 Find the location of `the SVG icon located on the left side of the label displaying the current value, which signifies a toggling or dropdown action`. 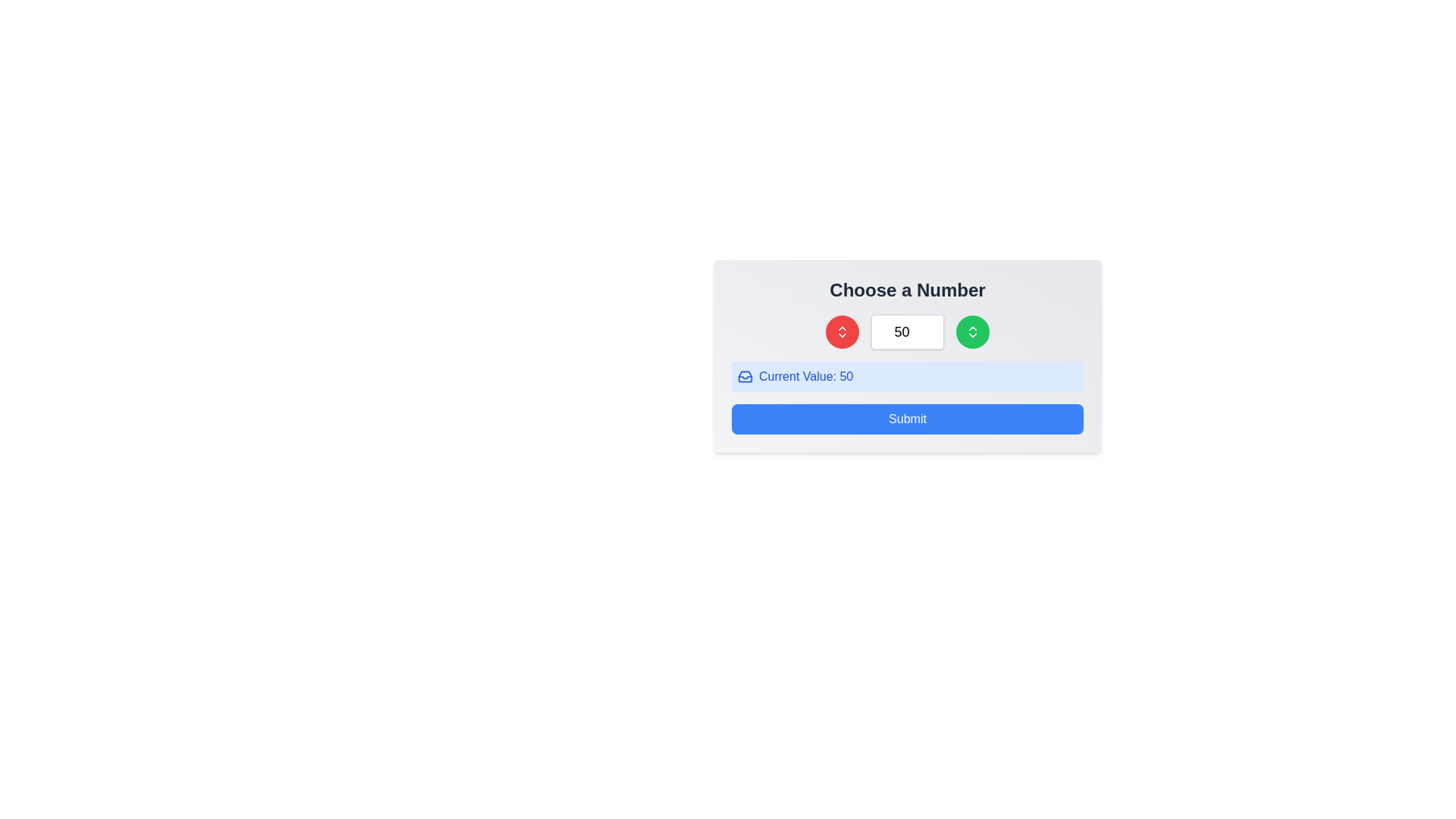

the SVG icon located on the left side of the label displaying the current value, which signifies a toggling or dropdown action is located at coordinates (745, 376).